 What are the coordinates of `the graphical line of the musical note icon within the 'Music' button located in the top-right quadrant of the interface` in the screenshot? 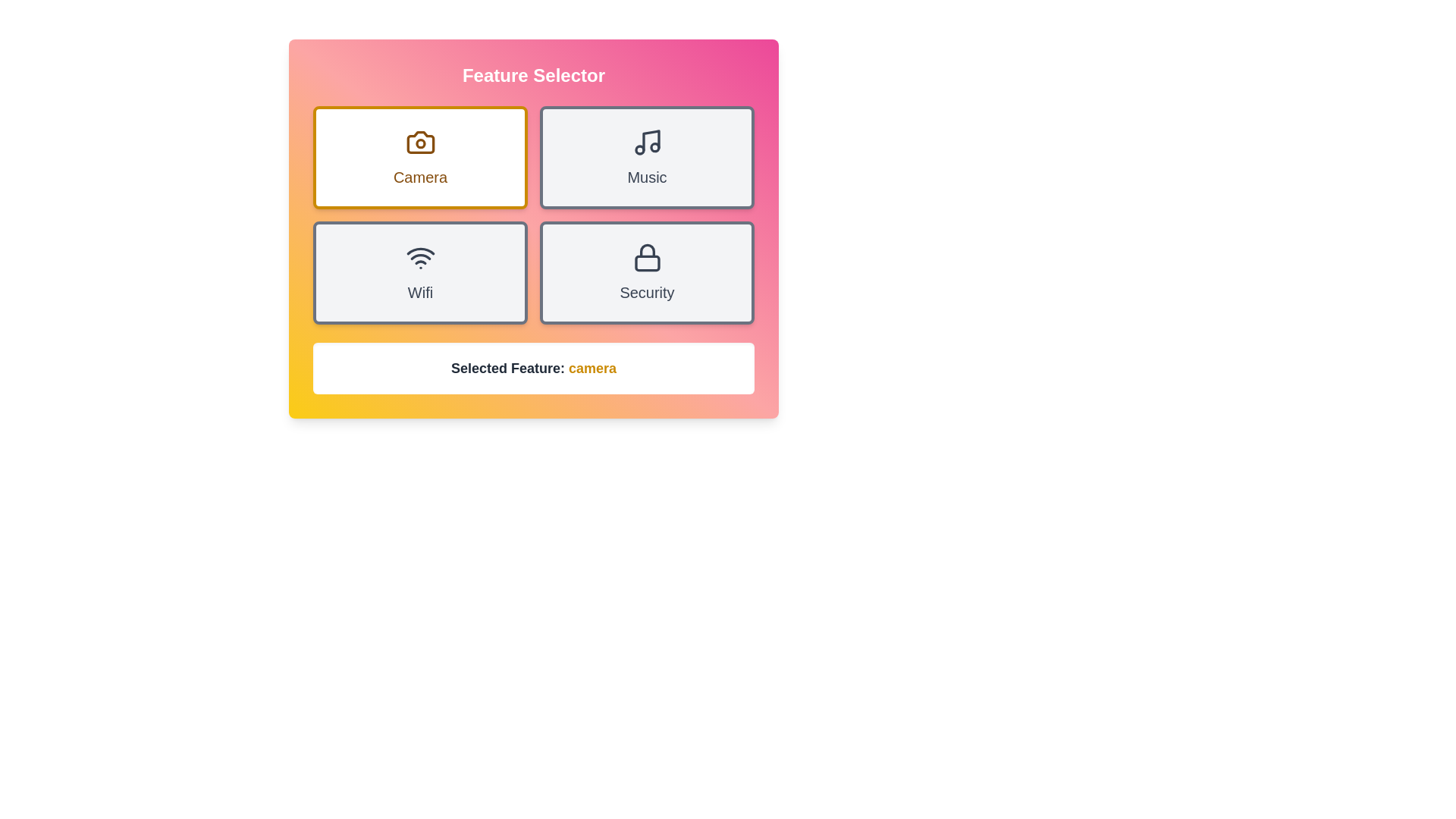 It's located at (651, 140).